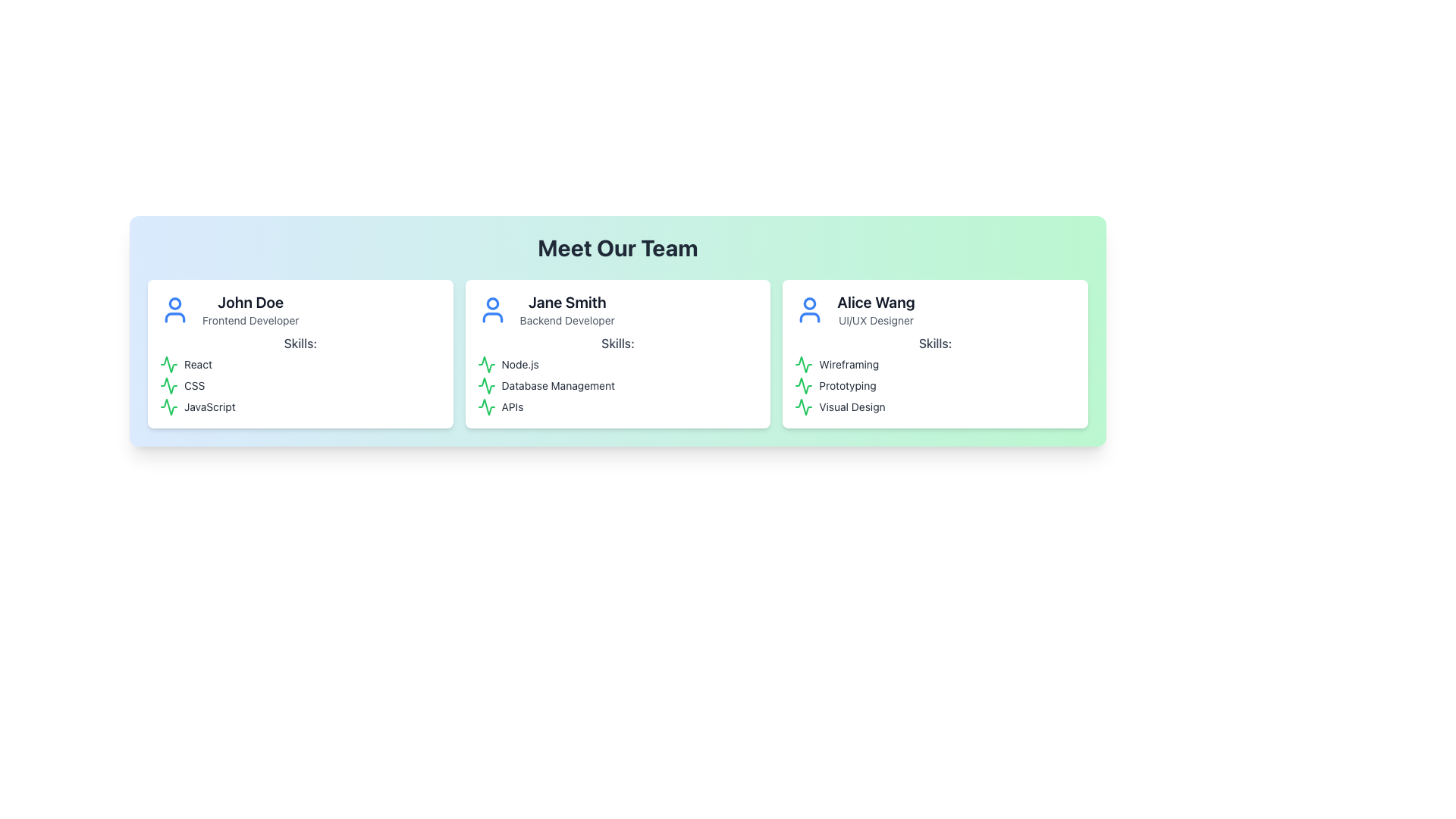  Describe the element at coordinates (250, 302) in the screenshot. I see `static text element displaying the name 'John Doe', which is positioned at the top-left of the profile card and above the text 'Frontend Developer'` at that location.